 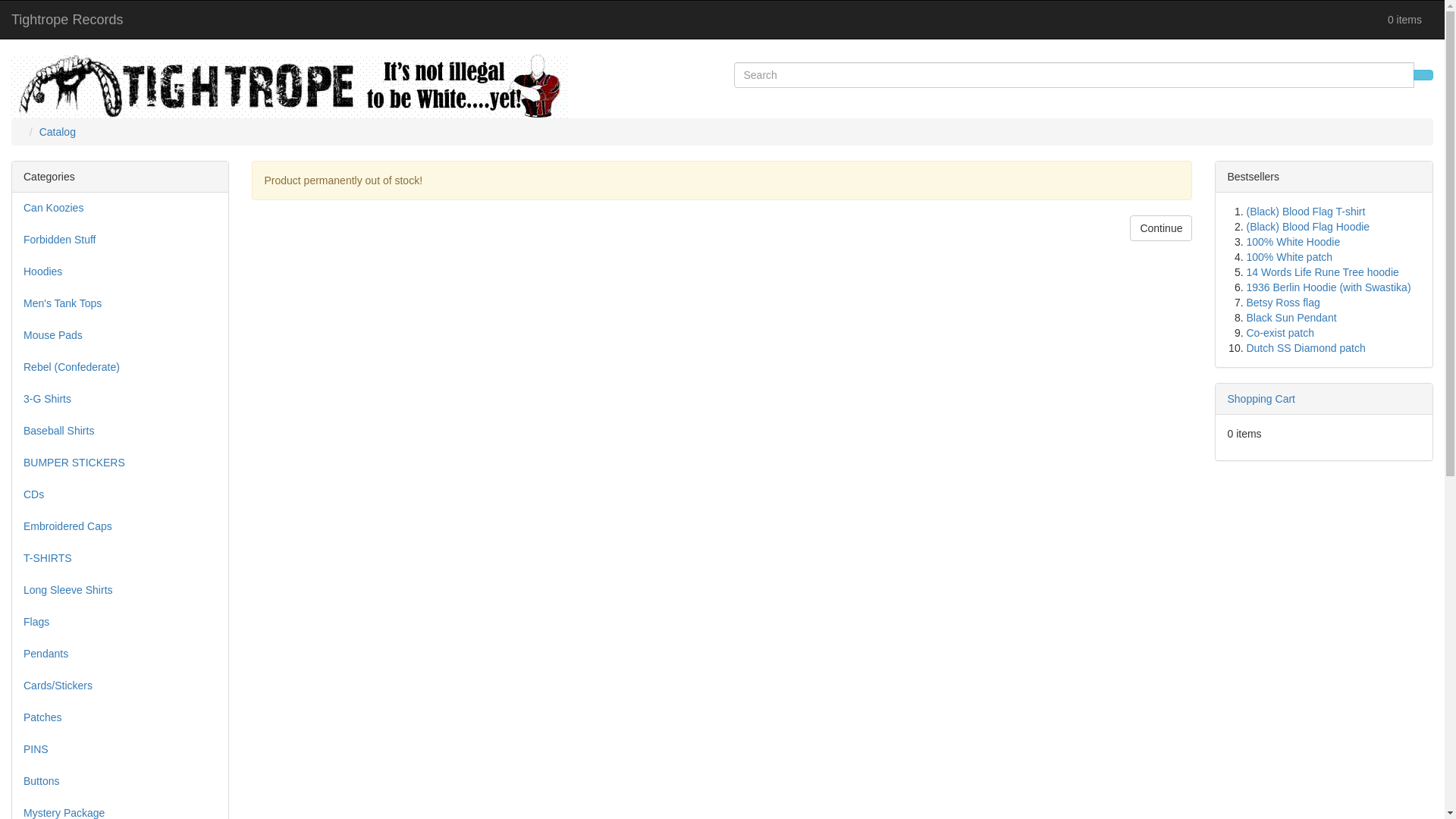 I want to click on '100% White patch', so click(x=1245, y=256).